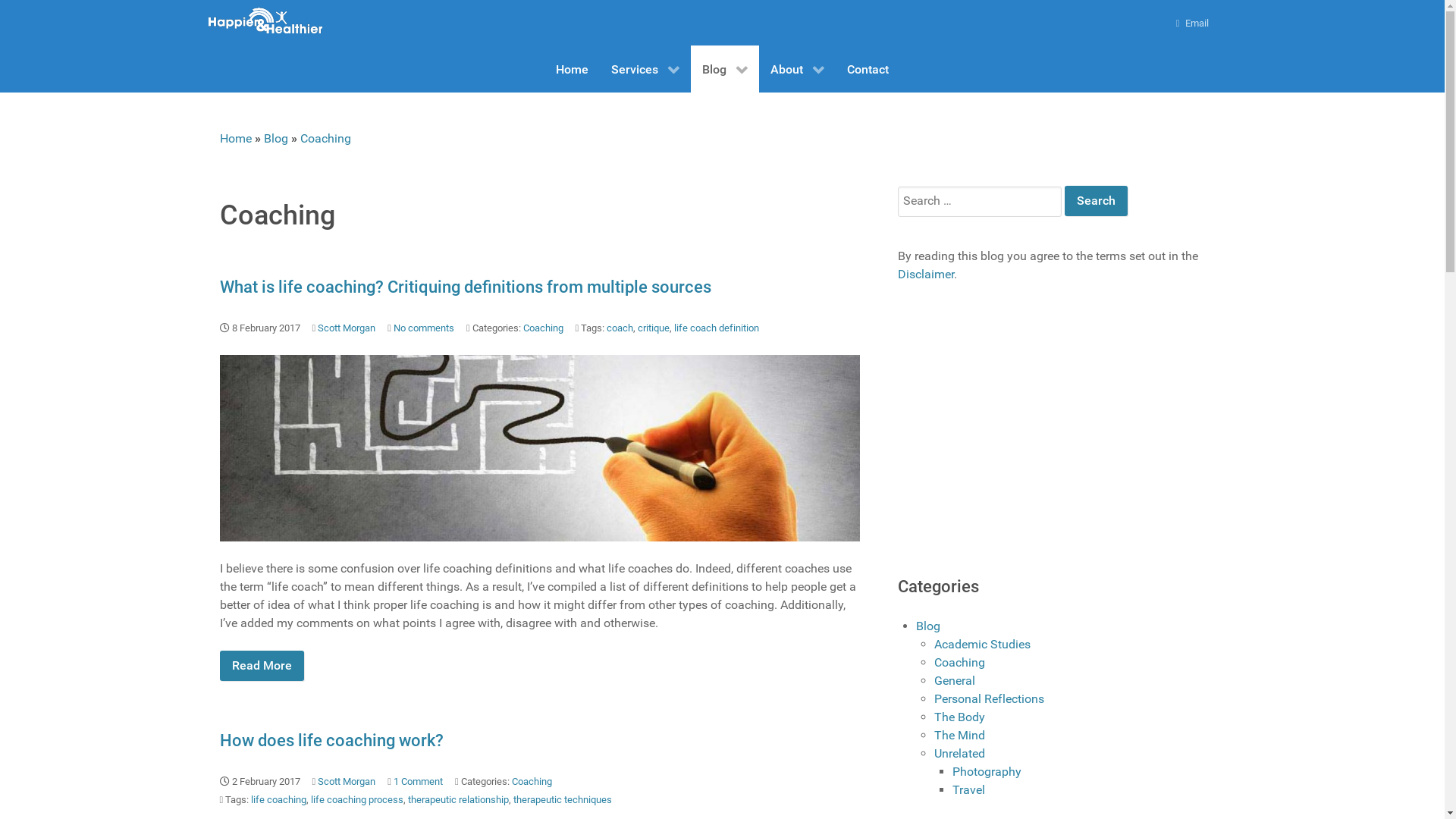  I want to click on 'Contact', so click(868, 69).